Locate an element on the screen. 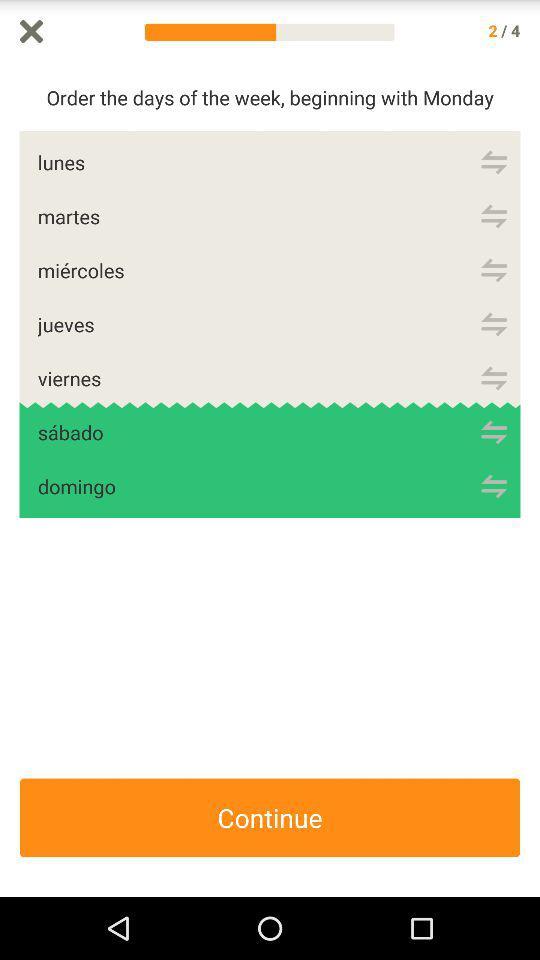  adjust order is located at coordinates (493, 485).